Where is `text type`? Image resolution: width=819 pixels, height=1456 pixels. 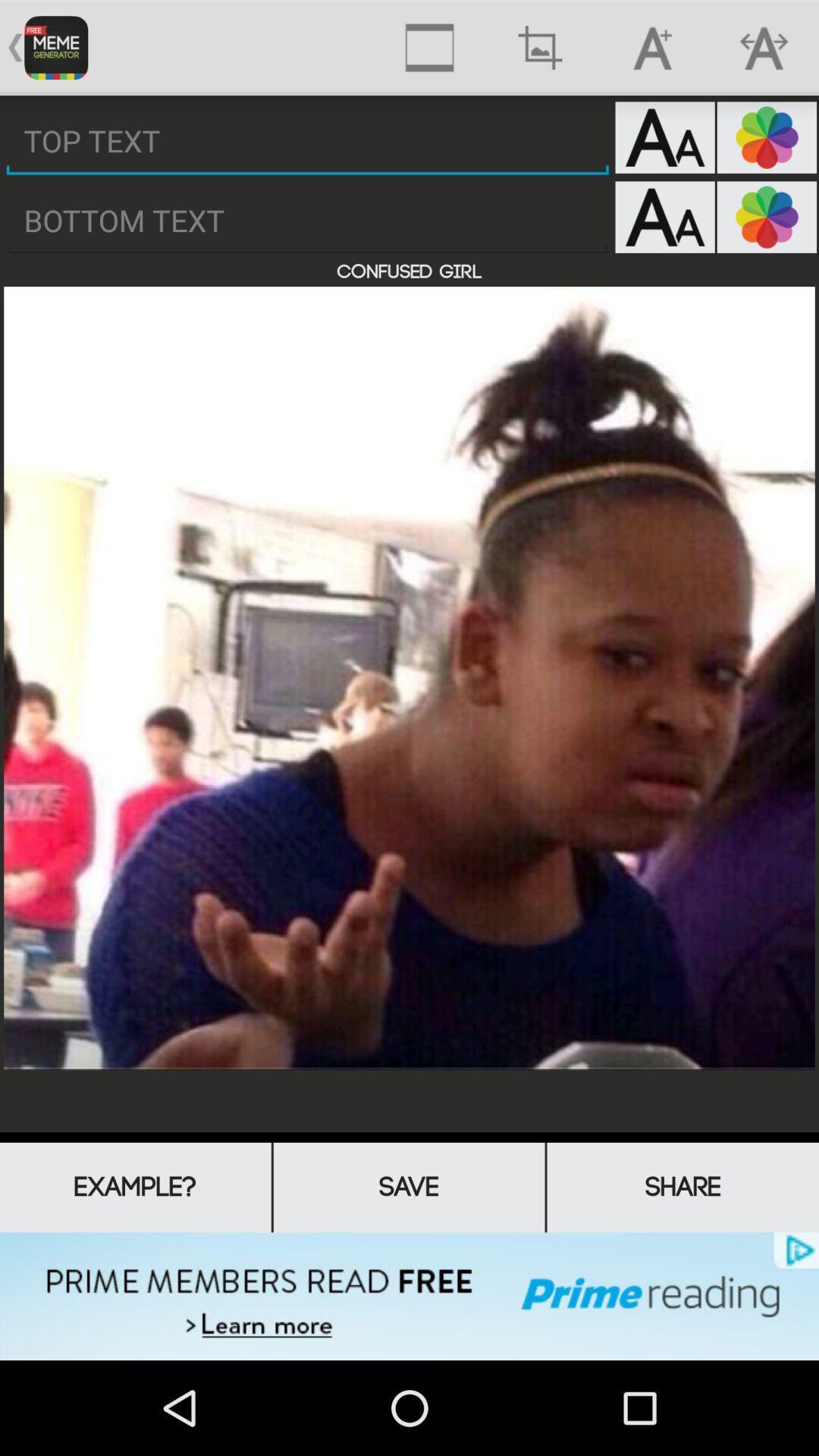
text type is located at coordinates (664, 216).